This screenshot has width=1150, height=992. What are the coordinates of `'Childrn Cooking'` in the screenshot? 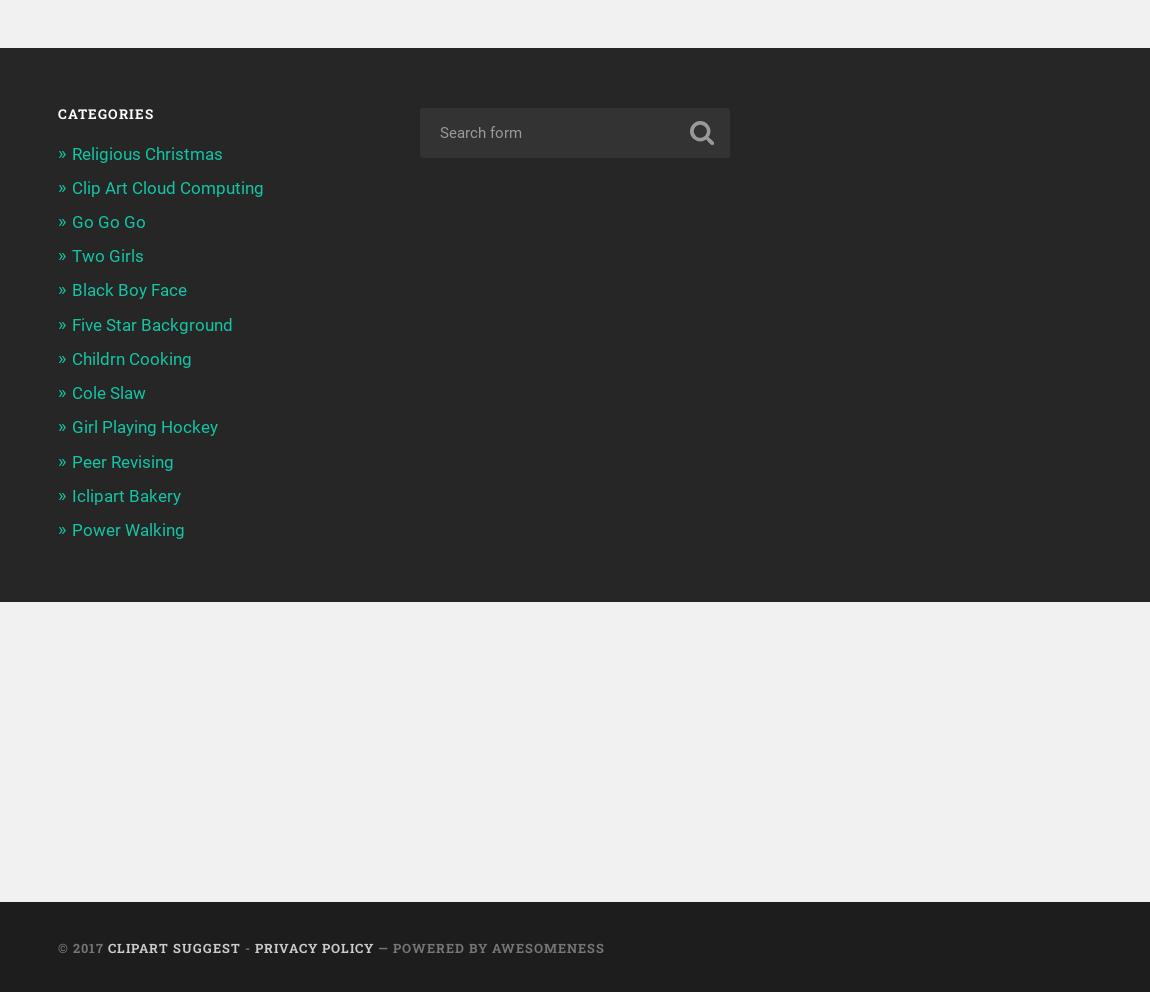 It's located at (129, 357).